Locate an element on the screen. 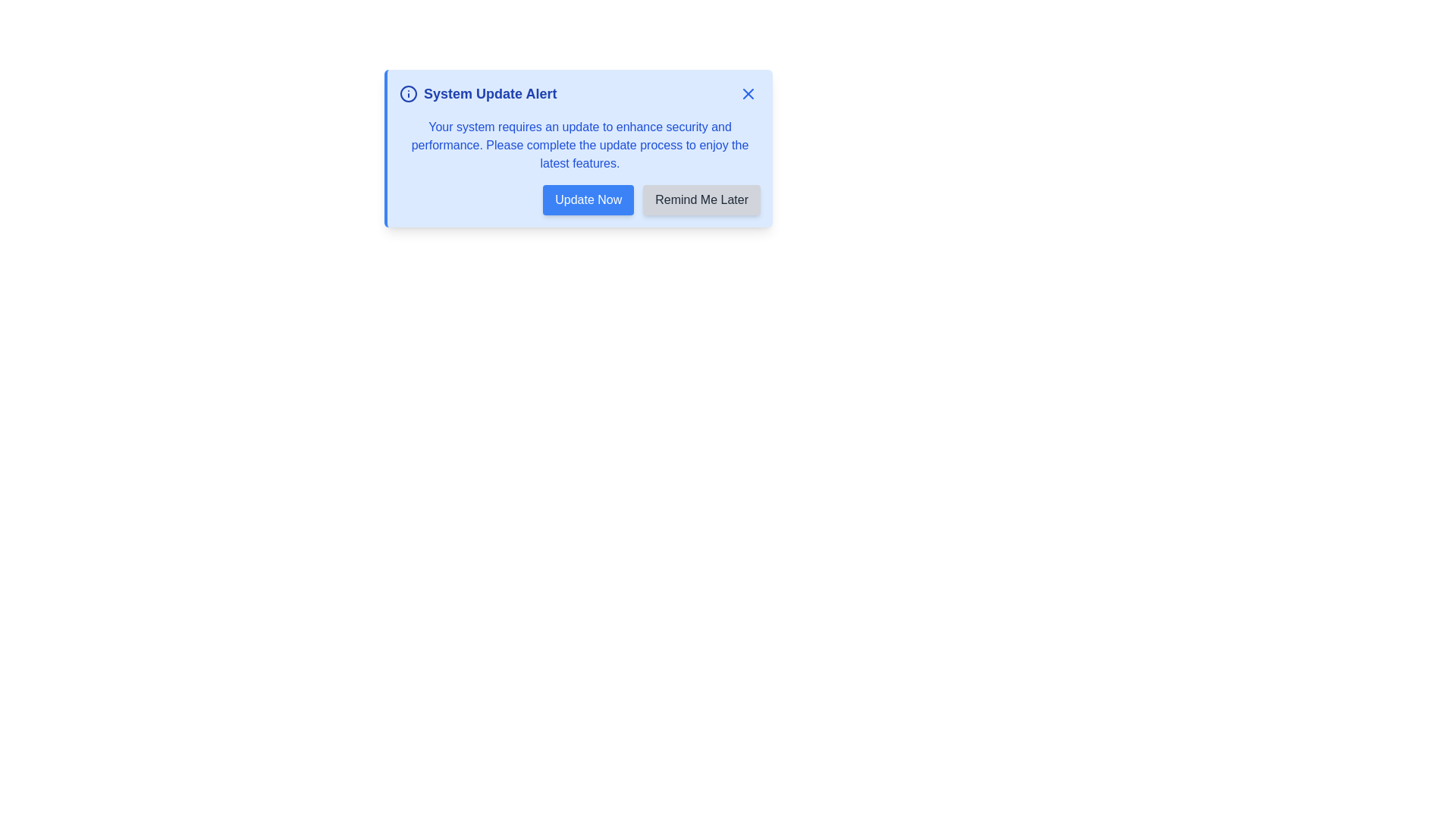  the circular information icon located to the left of the 'System Update Alert' text, which is inside a light blue rectangular box is located at coordinates (408, 93).